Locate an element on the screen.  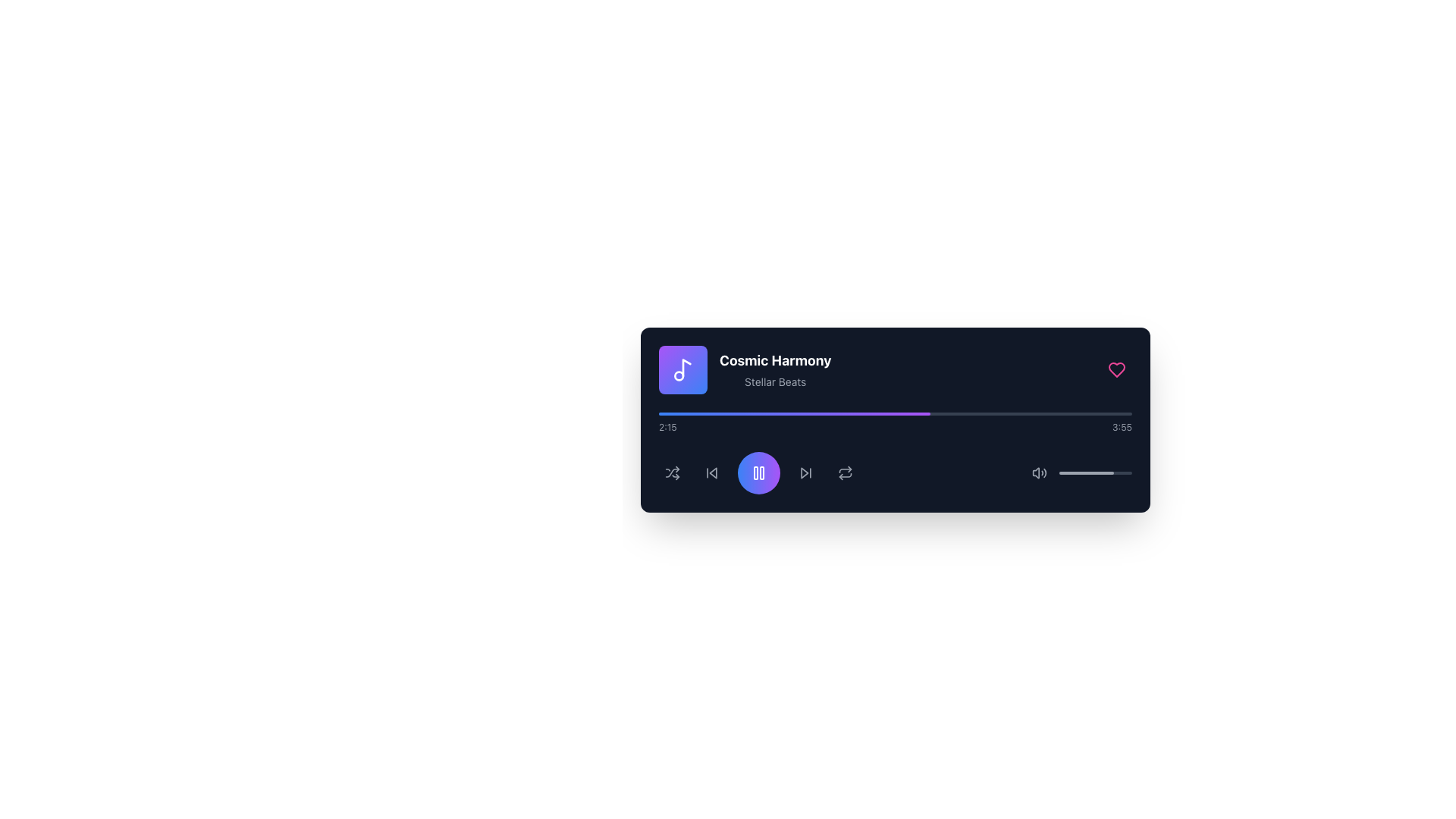
the shuffle icon, which is a gray icon with interweaving arrows, located in the bottom-right section of the playback control panel is located at coordinates (672, 472).